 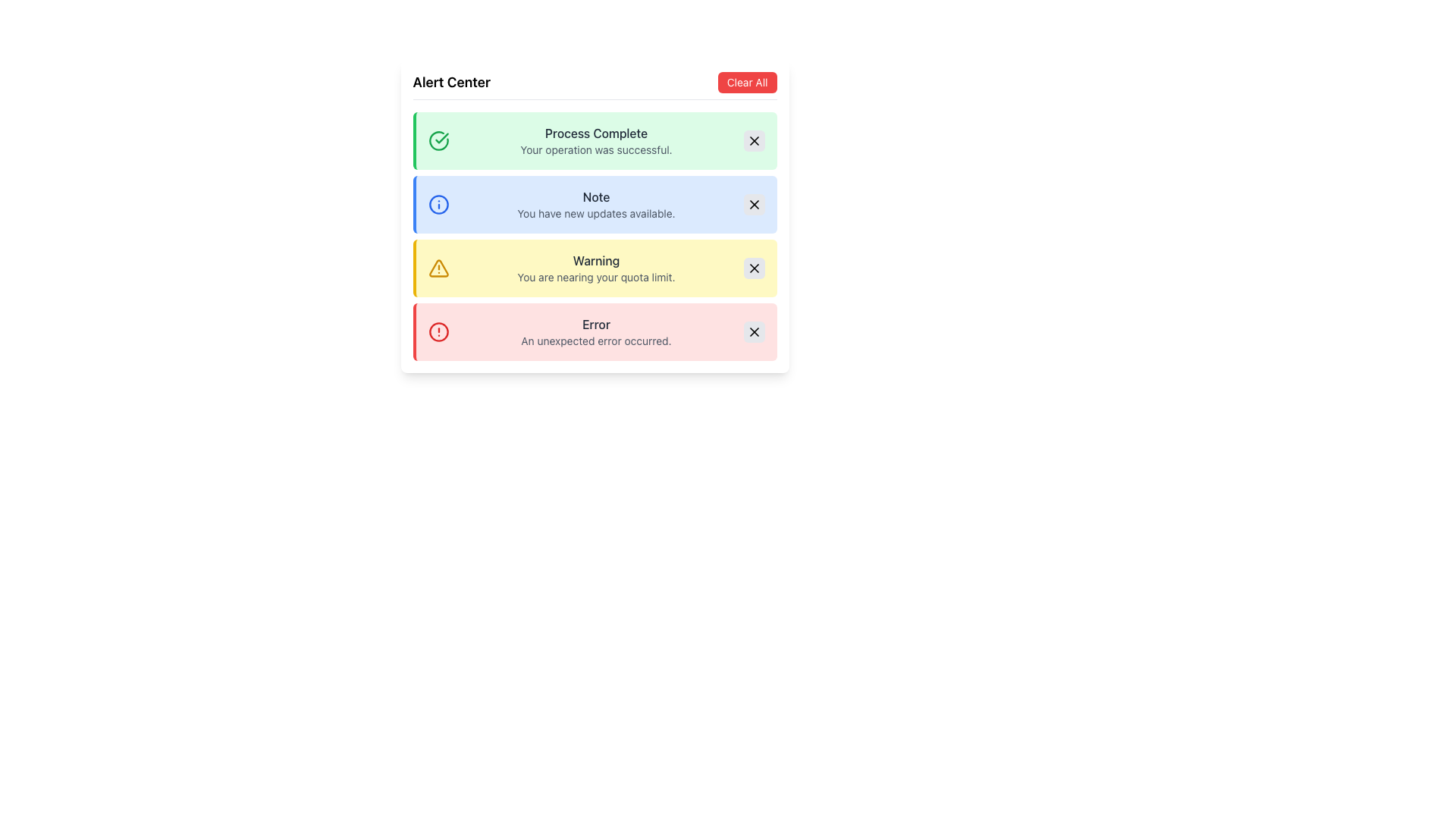 What do you see at coordinates (595, 331) in the screenshot?
I see `the error notification element displaying the title 'Error' and the message 'An unexpected error occurred.' in the Alert Center section` at bounding box center [595, 331].